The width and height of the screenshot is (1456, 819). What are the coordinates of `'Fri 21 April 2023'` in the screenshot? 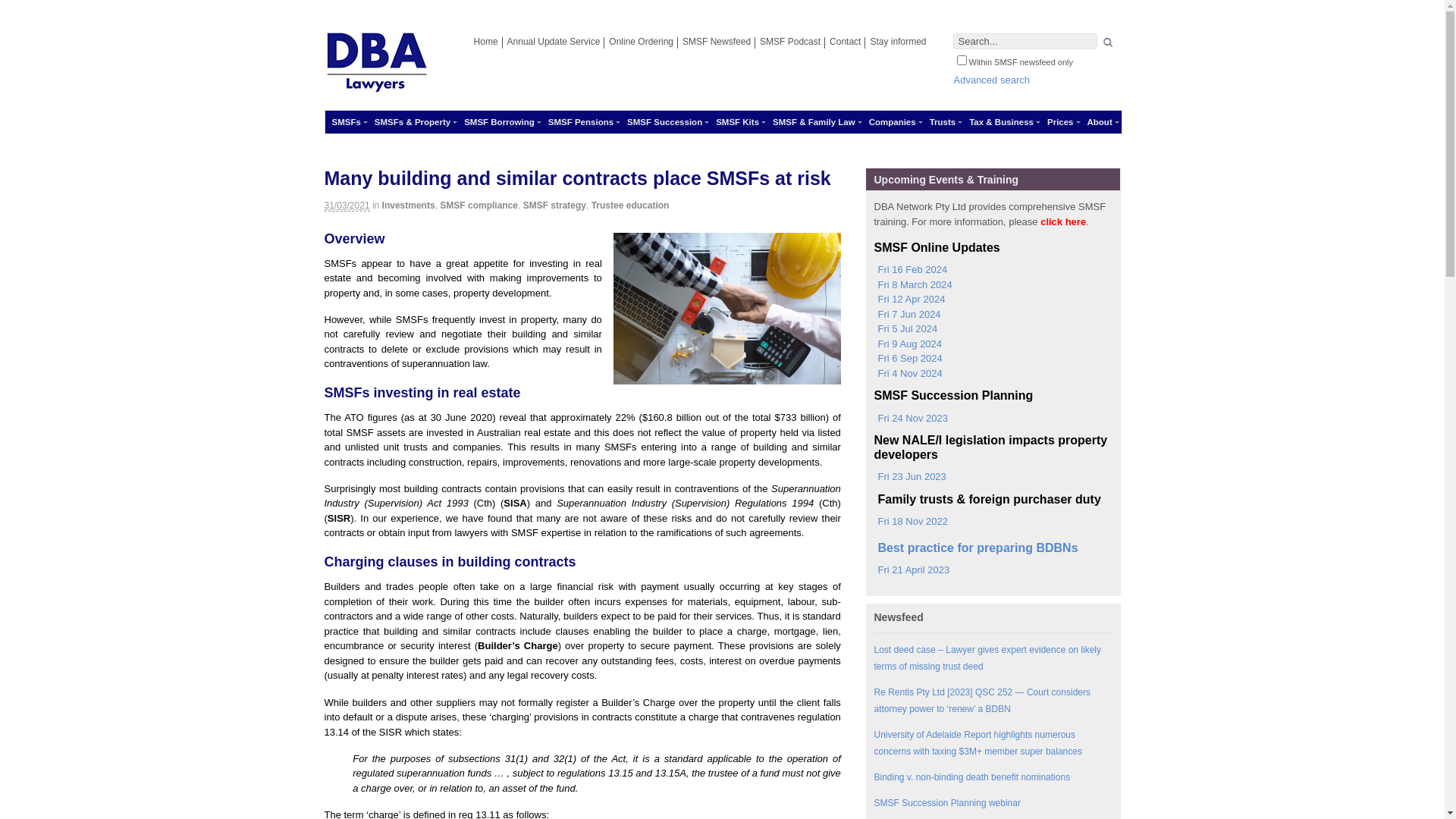 It's located at (910, 570).